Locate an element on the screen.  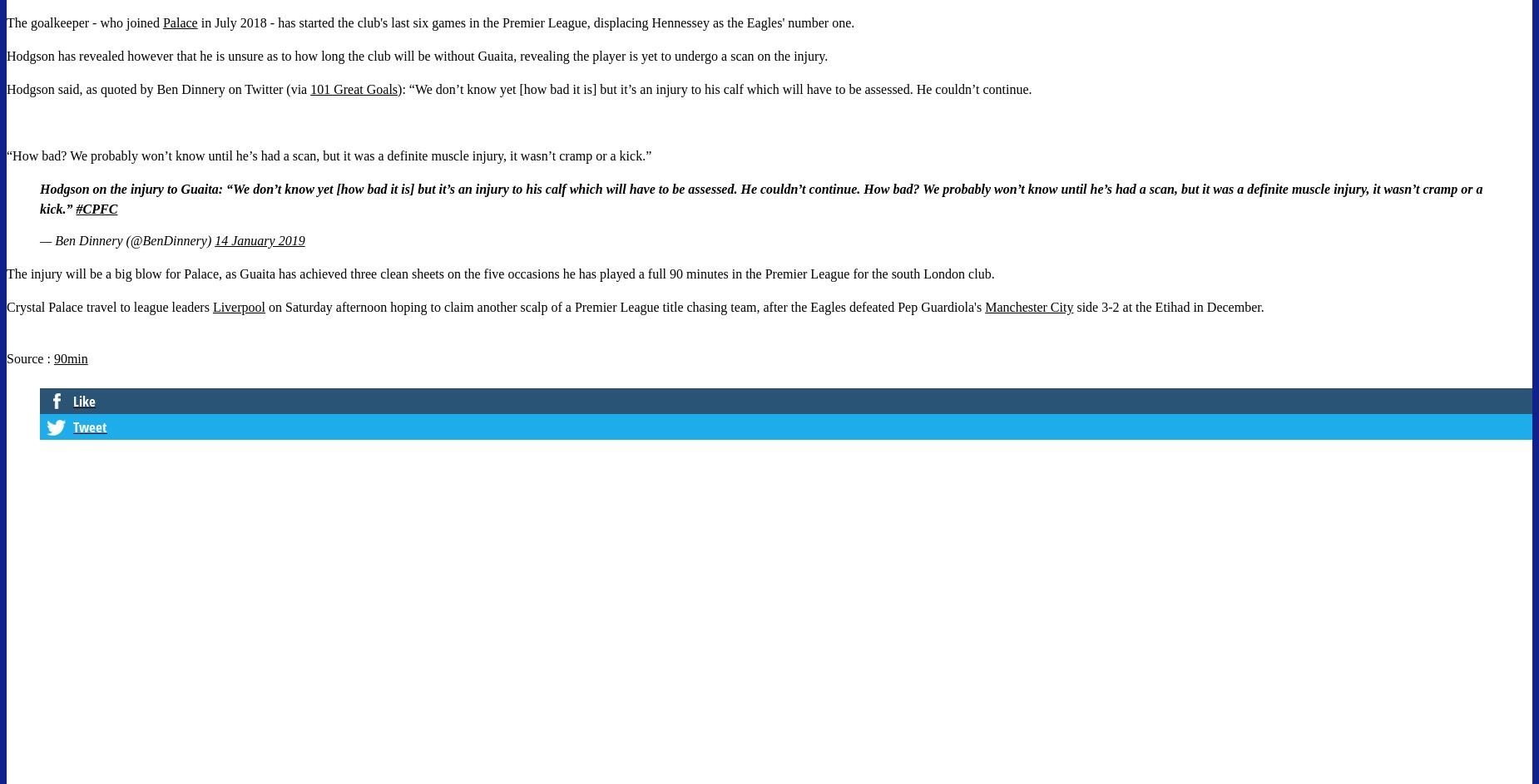
'14 January 2019' is located at coordinates (258, 239).